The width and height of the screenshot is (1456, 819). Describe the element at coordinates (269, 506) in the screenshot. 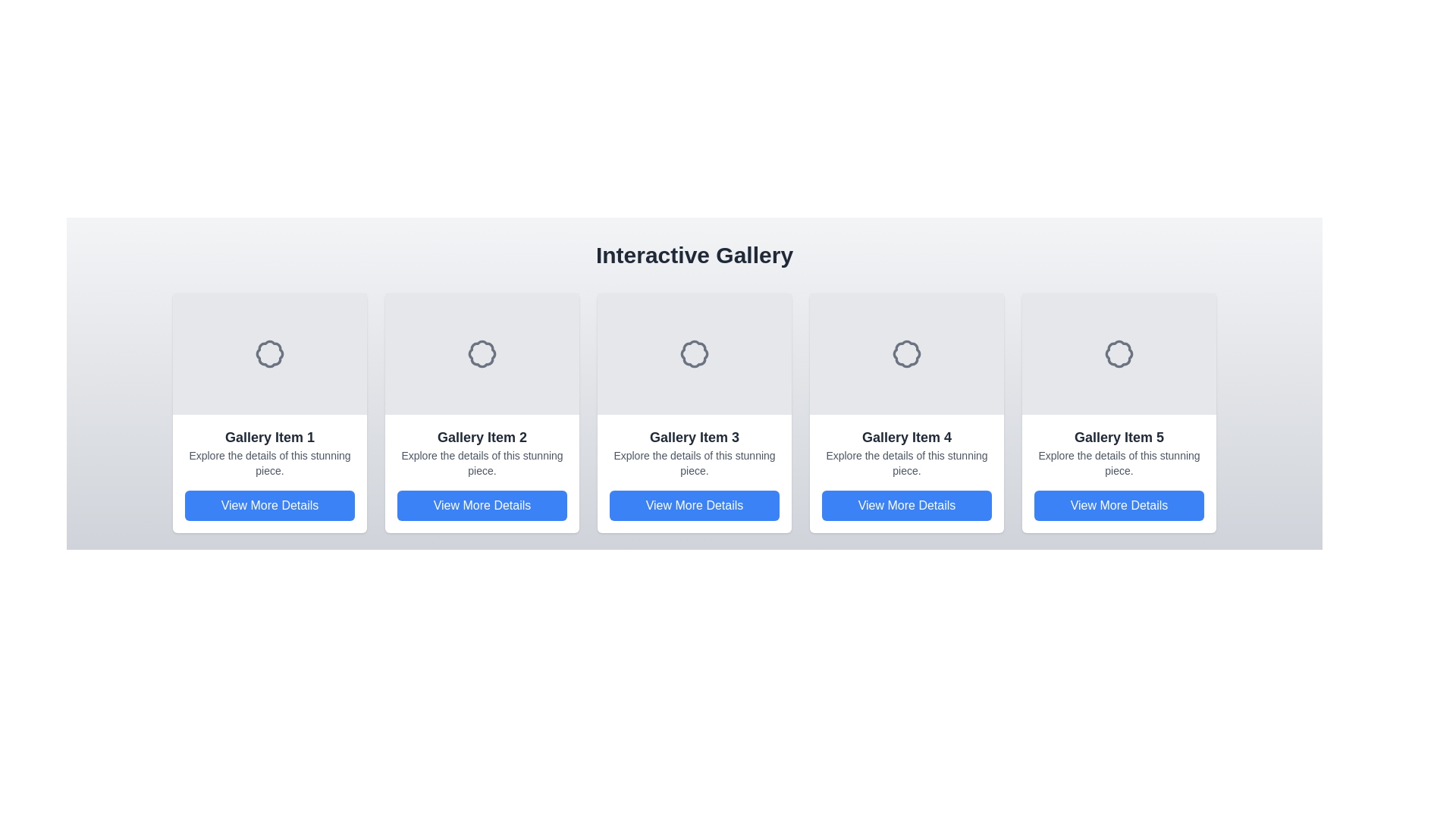

I see `the 'View More Details' button, which is a horizontally wide button with rounded corners and a blue background, located at the bottom of the 'Gallery Item 1' card` at that location.